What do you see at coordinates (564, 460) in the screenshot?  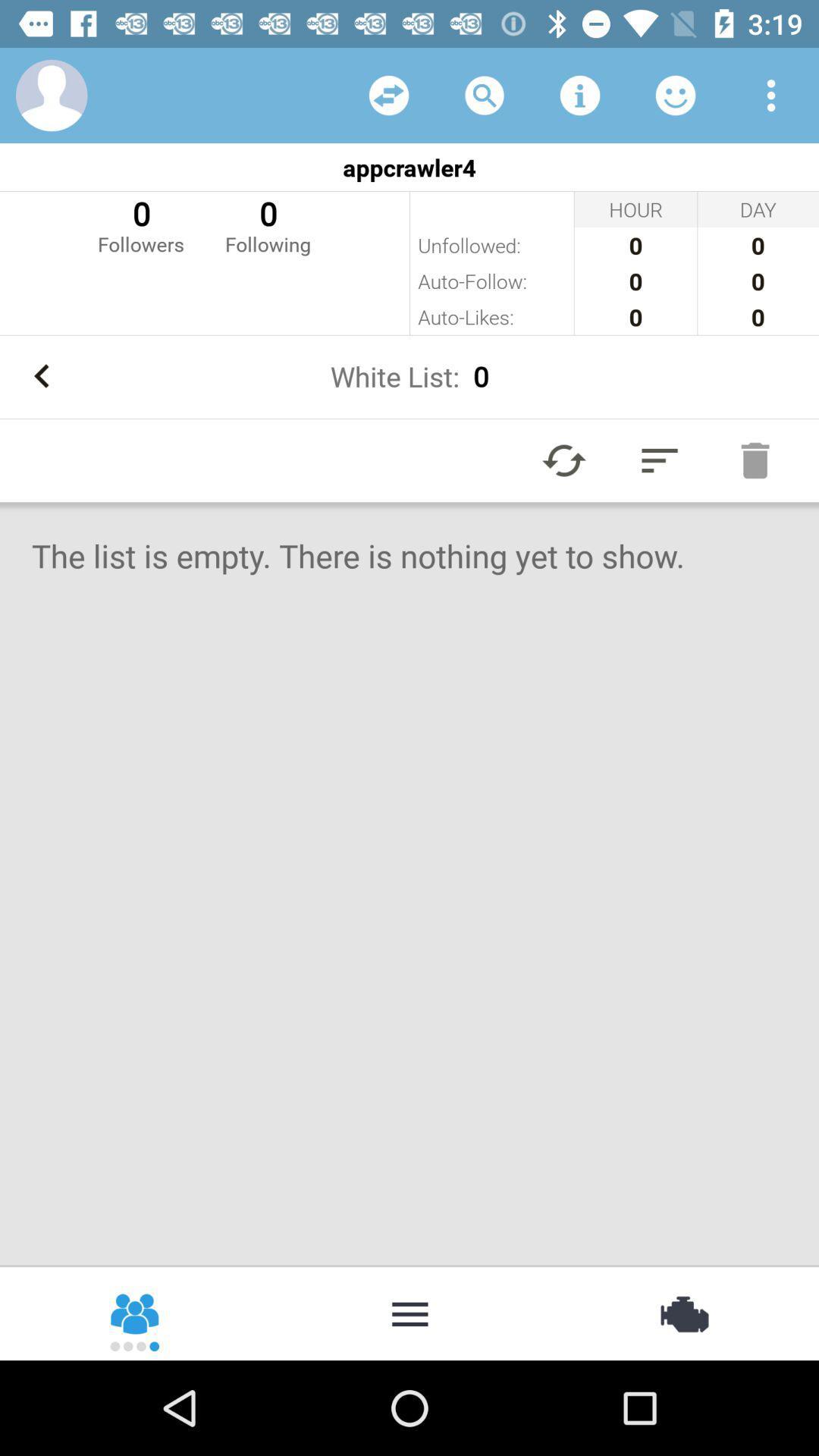 I see `the refresh icon` at bounding box center [564, 460].